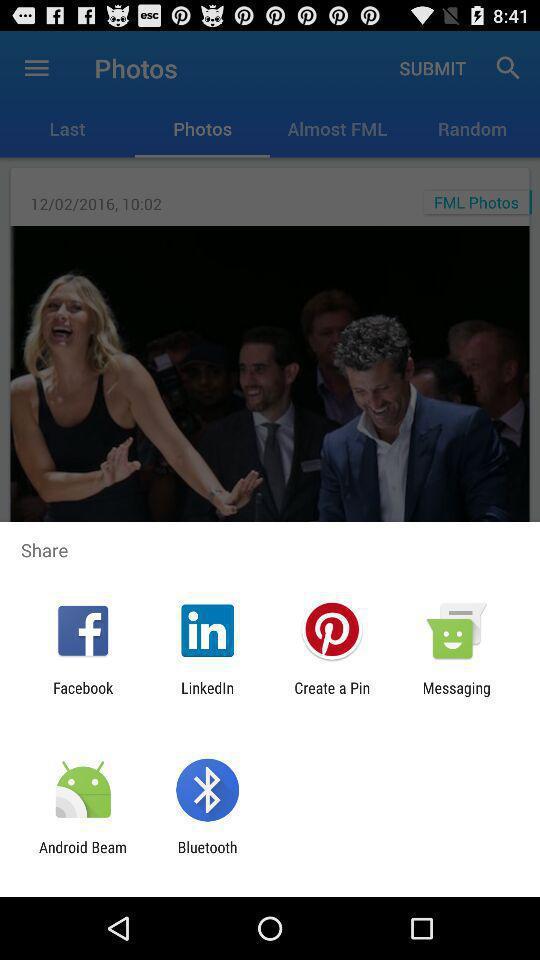  What do you see at coordinates (332, 696) in the screenshot?
I see `icon to the left of messaging app` at bounding box center [332, 696].